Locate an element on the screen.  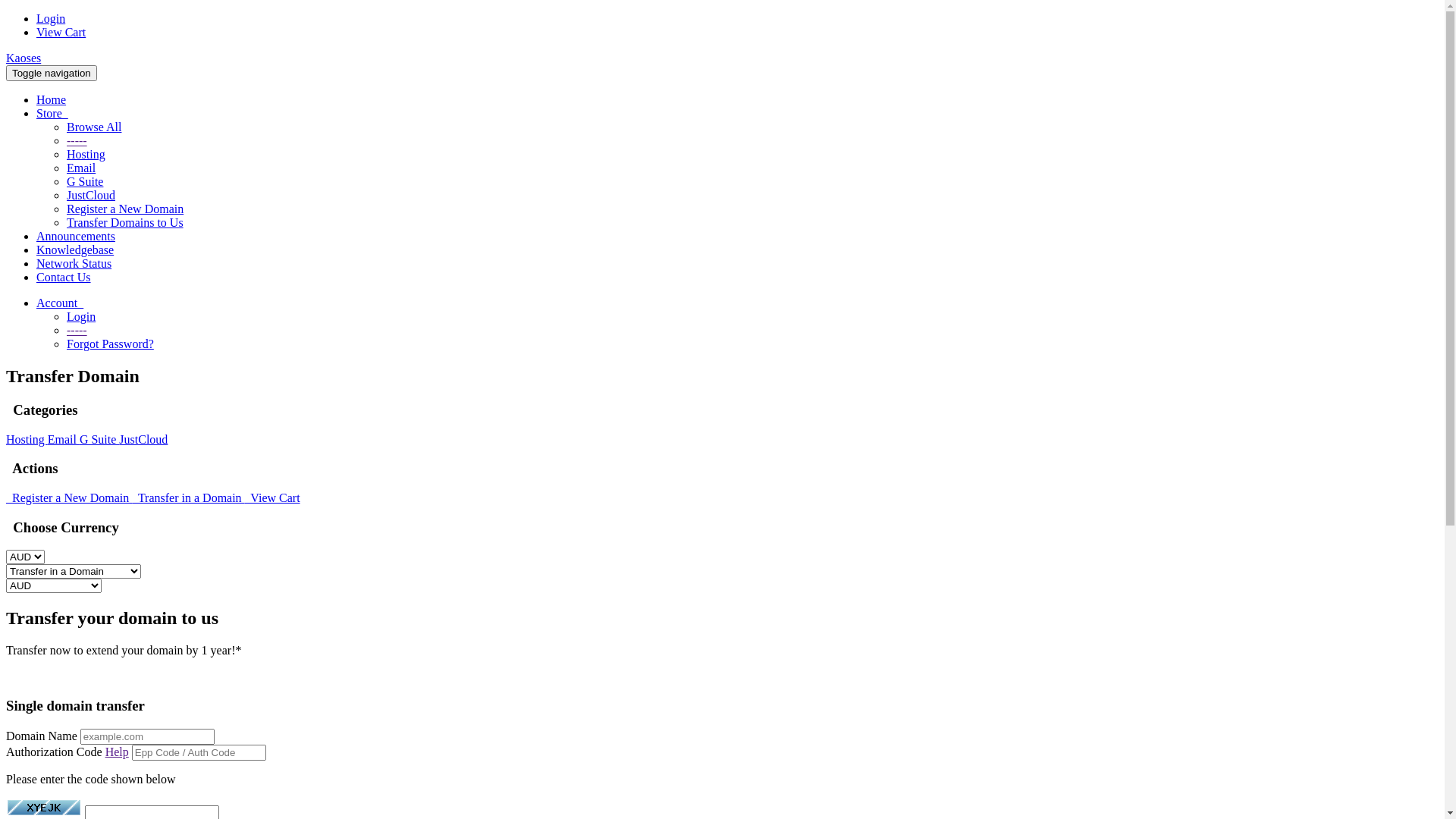
'Login' is located at coordinates (36, 18).